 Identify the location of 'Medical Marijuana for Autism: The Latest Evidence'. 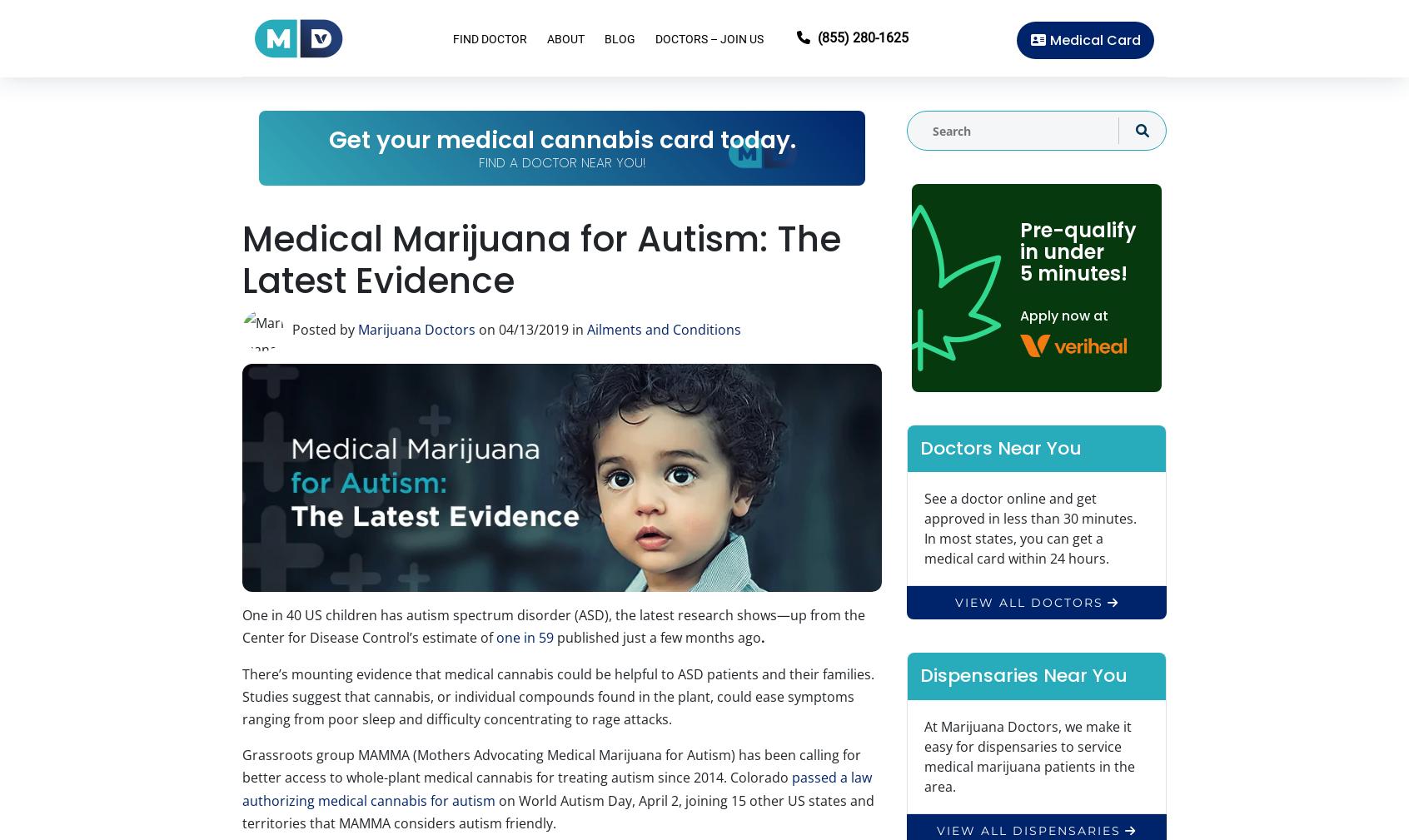
(541, 259).